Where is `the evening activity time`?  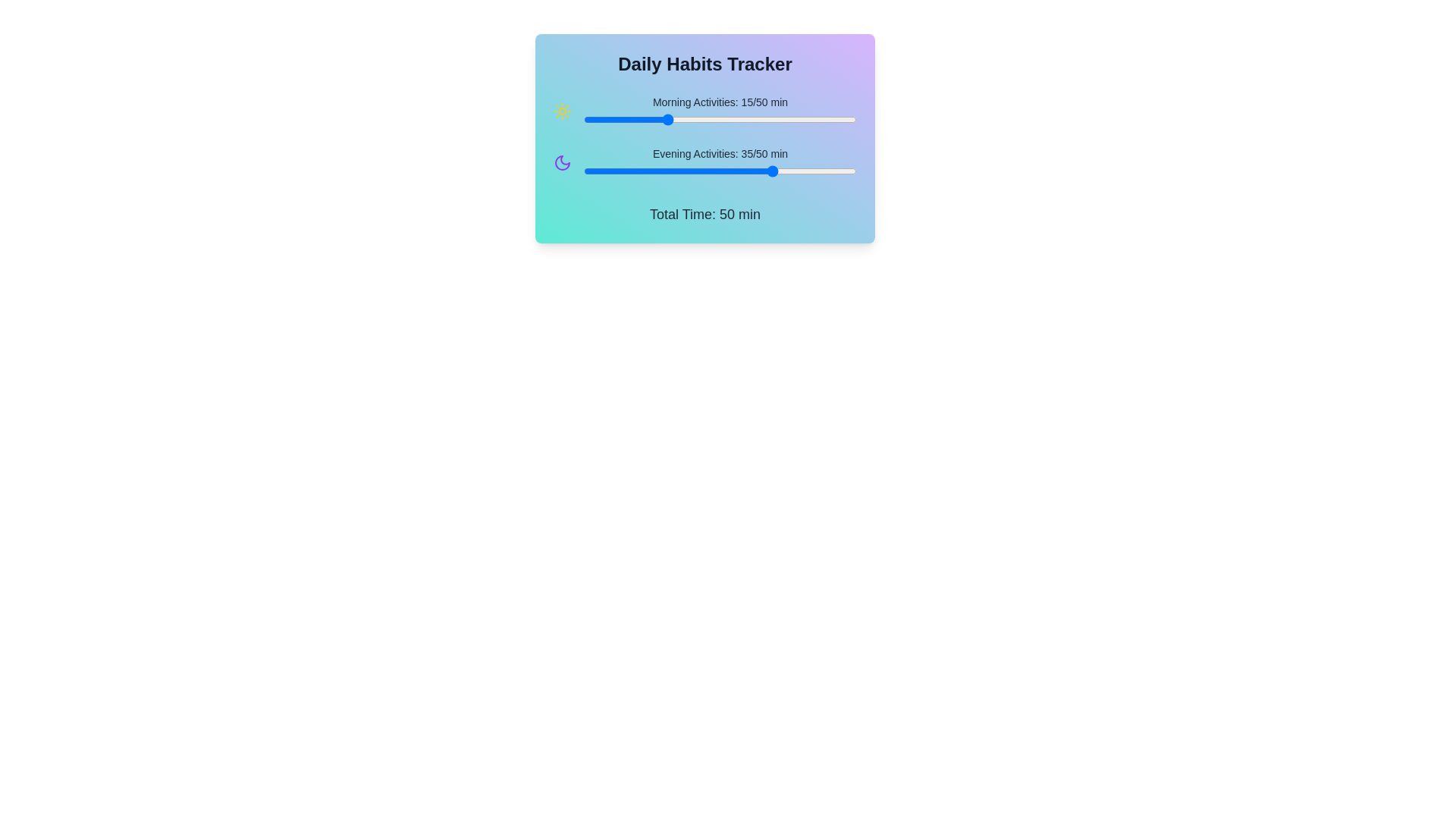
the evening activity time is located at coordinates (698, 171).